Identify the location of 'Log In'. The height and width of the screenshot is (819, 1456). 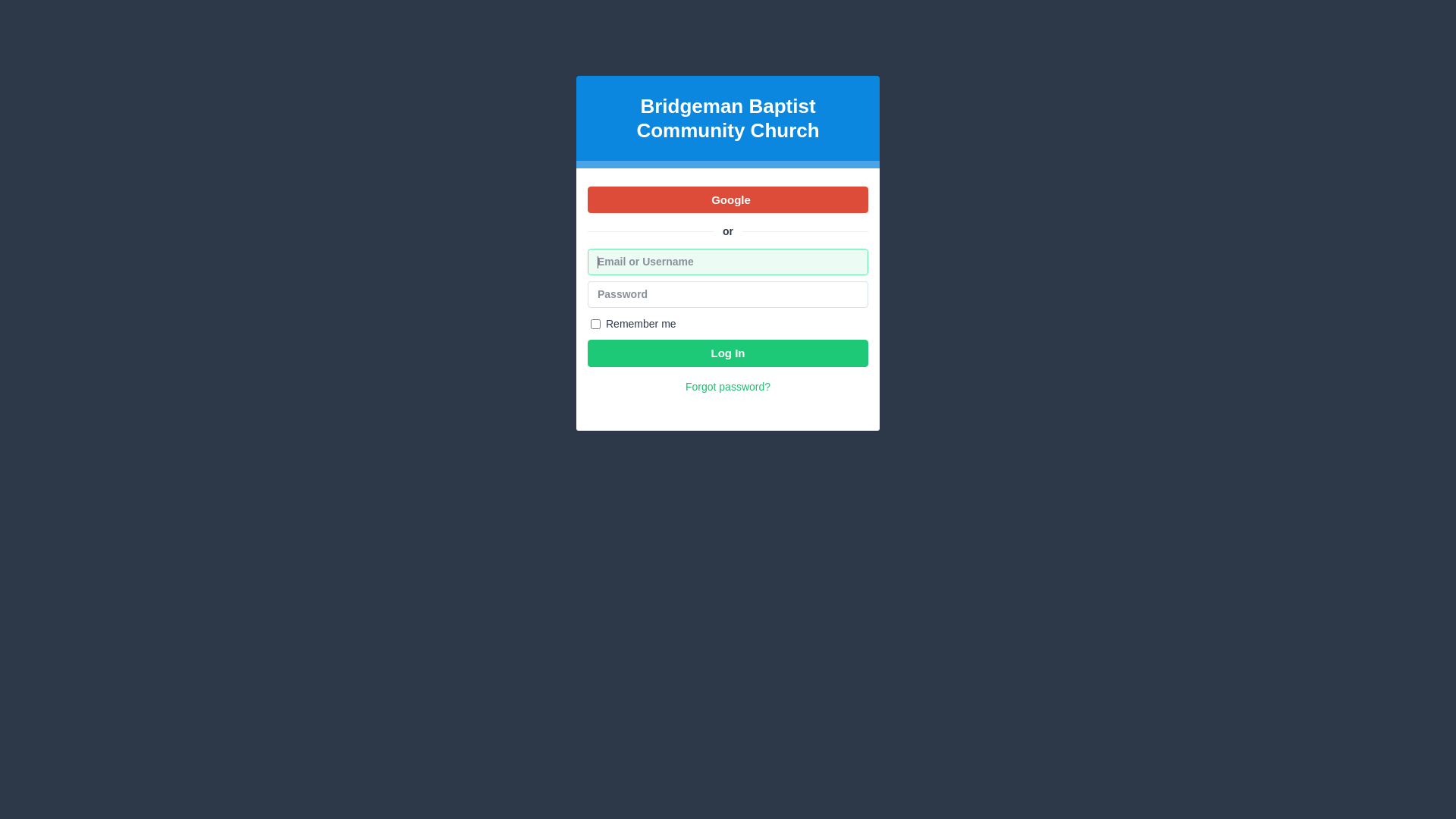
(728, 353).